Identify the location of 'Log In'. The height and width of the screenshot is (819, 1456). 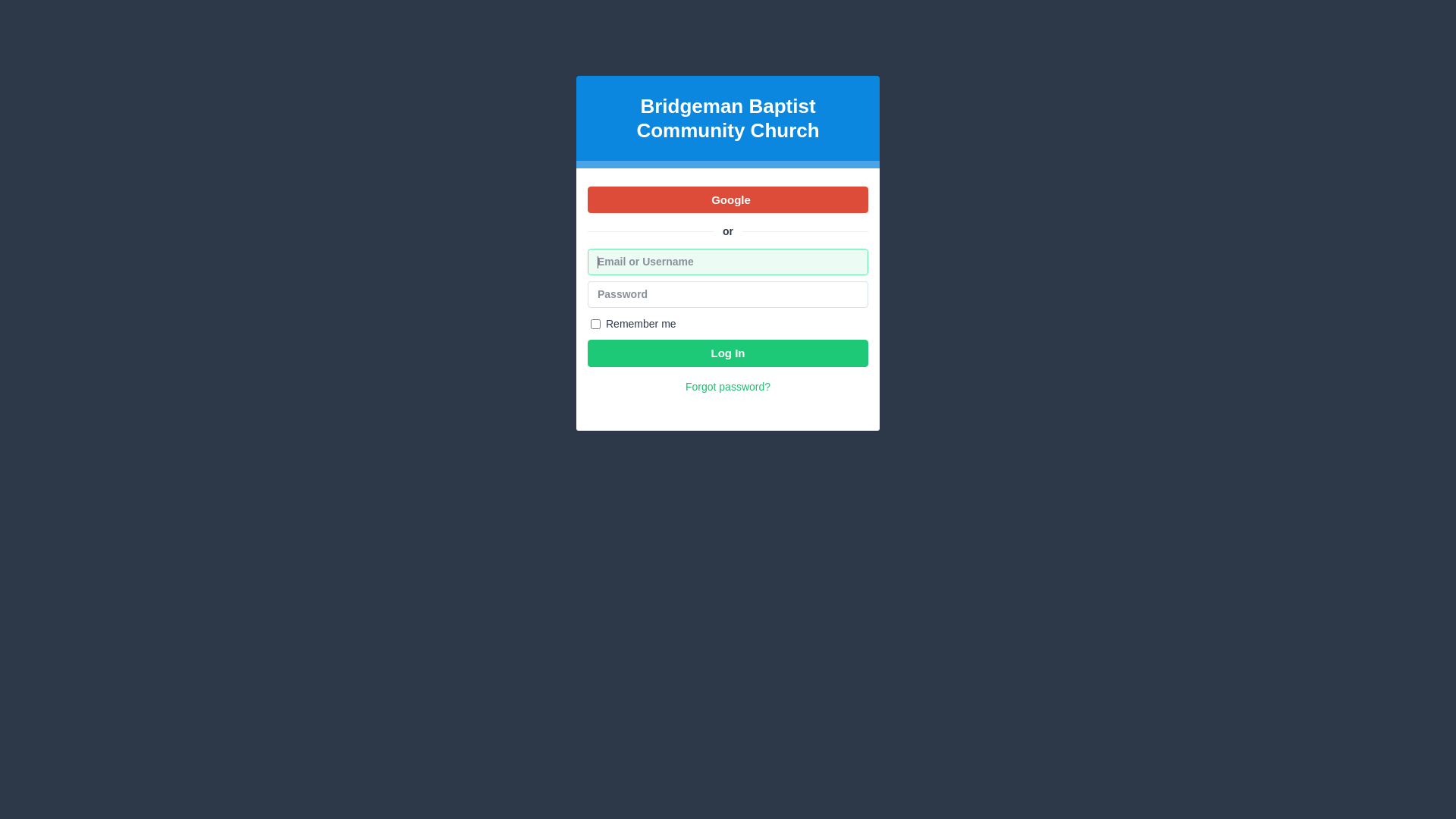
(728, 353).